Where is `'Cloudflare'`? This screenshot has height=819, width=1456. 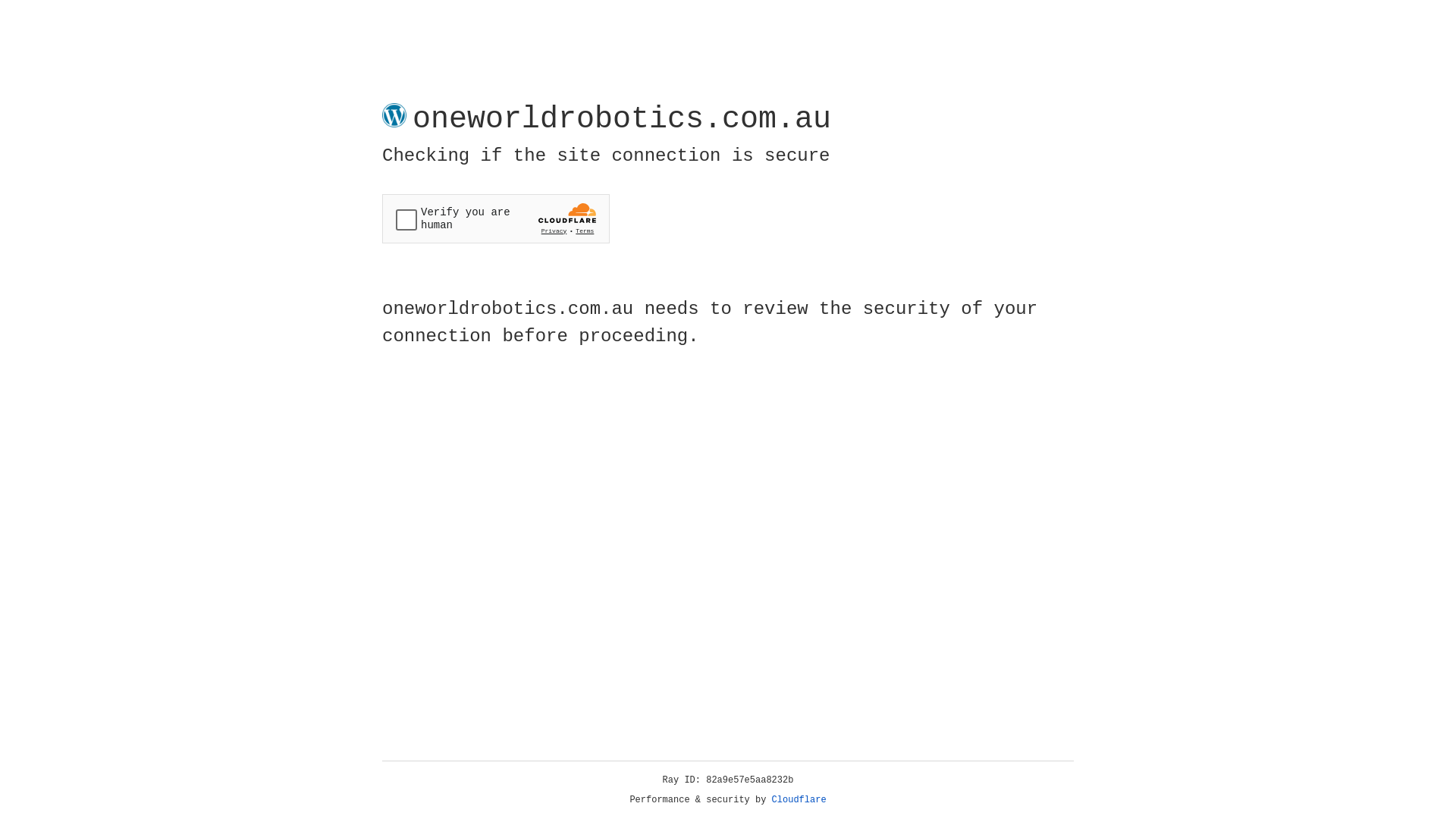 'Cloudflare' is located at coordinates (771, 799).